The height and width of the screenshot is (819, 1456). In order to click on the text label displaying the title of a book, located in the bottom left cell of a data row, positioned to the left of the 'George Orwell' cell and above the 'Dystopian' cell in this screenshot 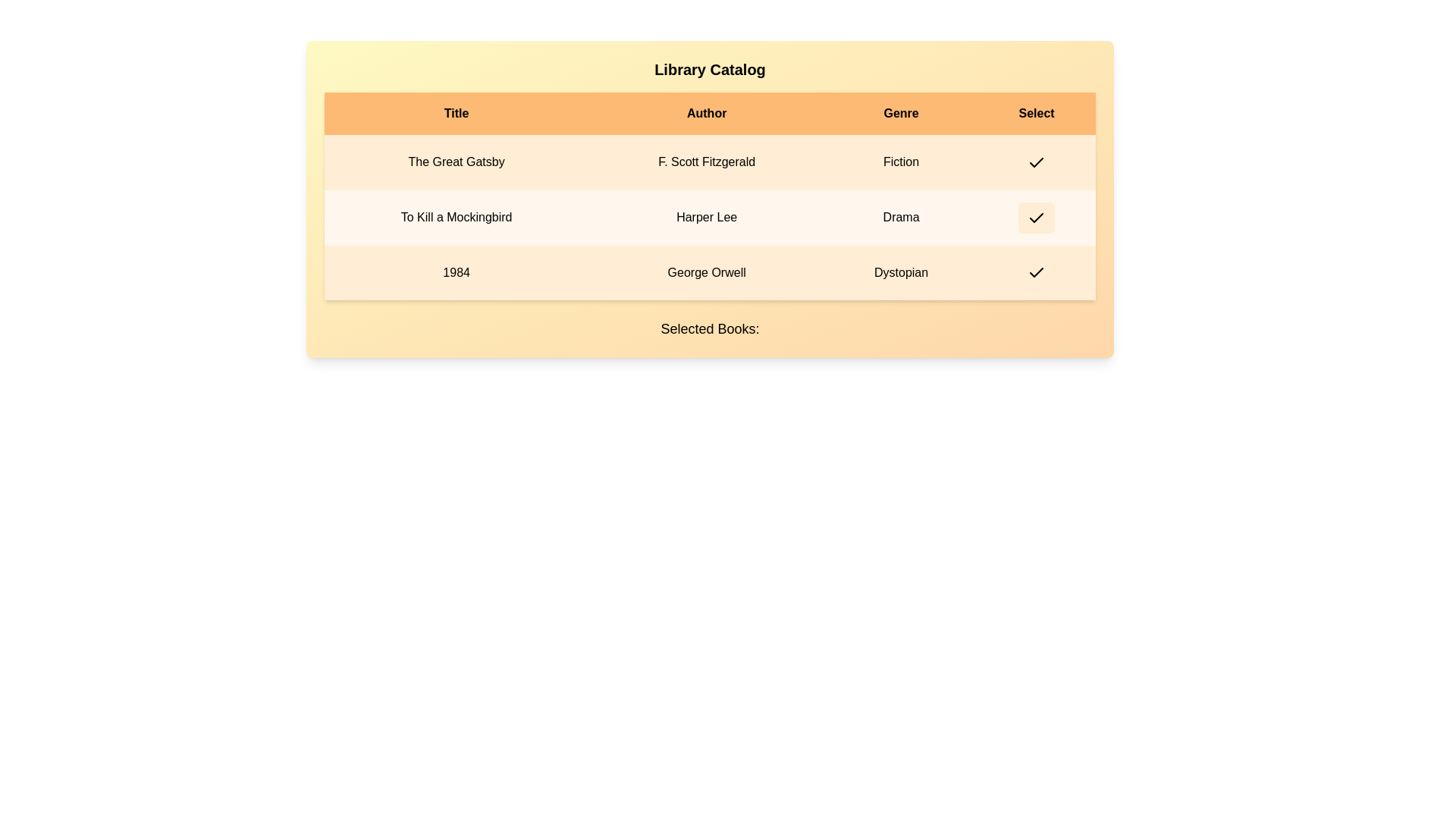, I will do `click(456, 271)`.